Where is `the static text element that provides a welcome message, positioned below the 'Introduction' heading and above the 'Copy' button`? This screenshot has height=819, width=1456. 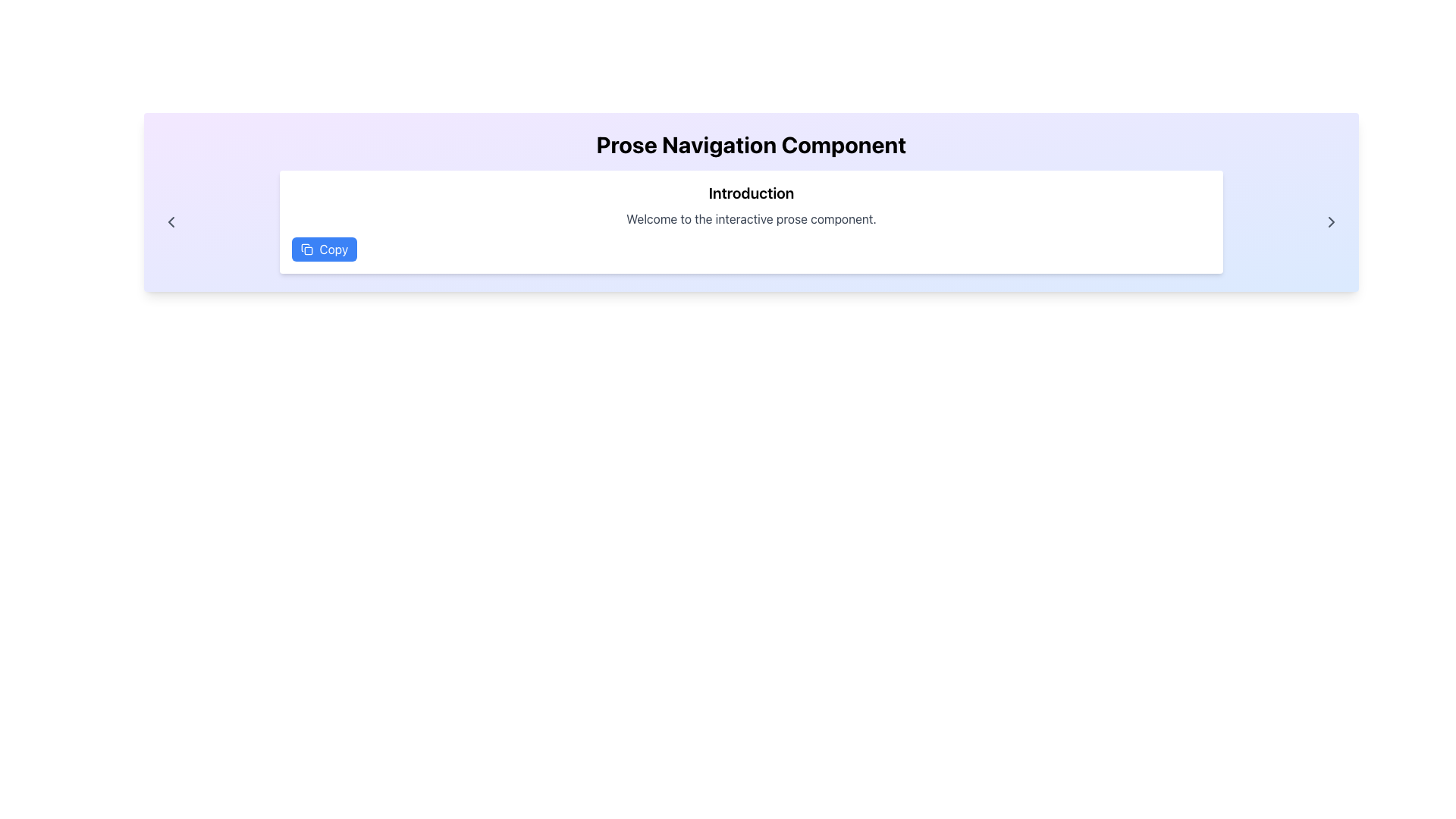 the static text element that provides a welcome message, positioned below the 'Introduction' heading and above the 'Copy' button is located at coordinates (751, 219).